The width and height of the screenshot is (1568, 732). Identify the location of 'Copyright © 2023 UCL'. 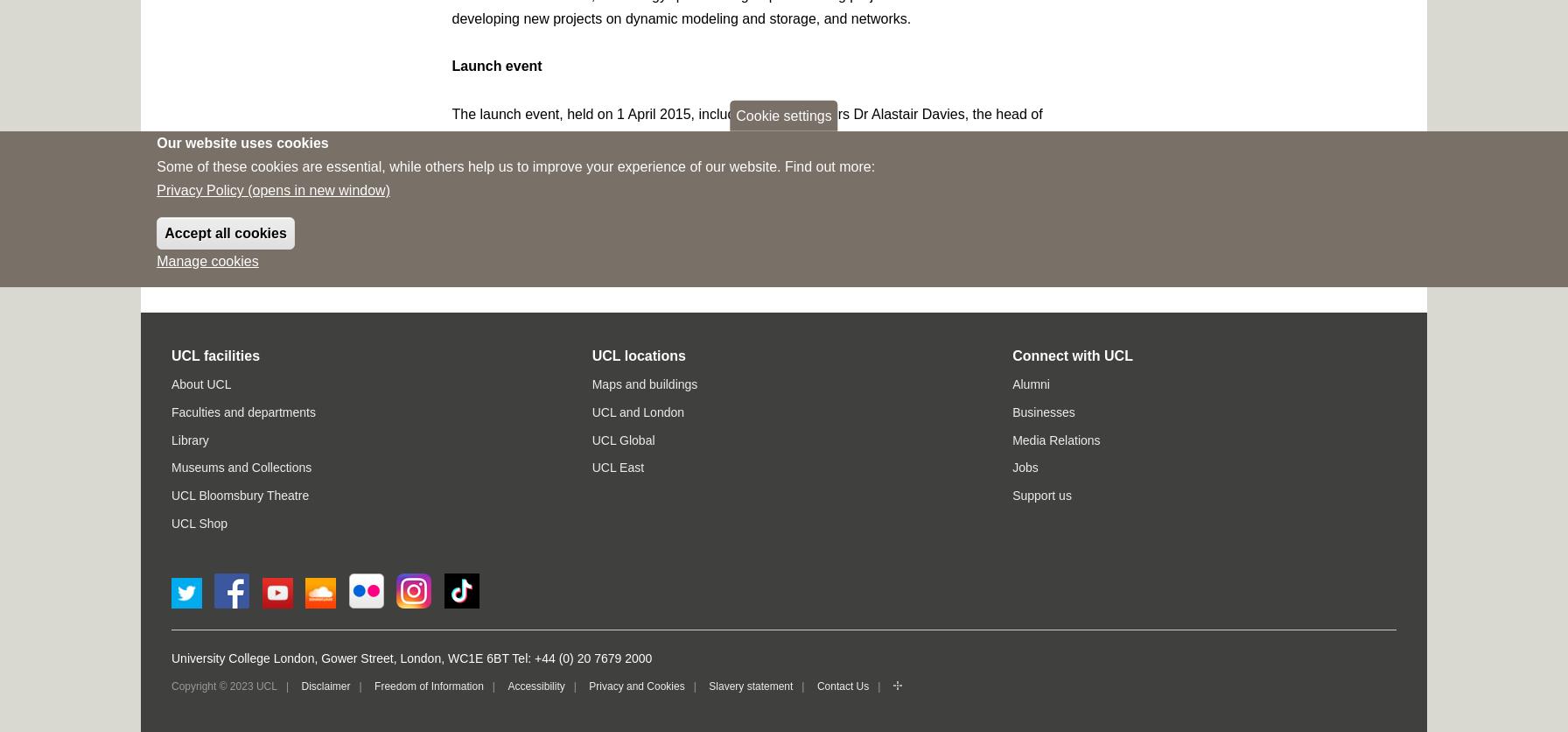
(224, 684).